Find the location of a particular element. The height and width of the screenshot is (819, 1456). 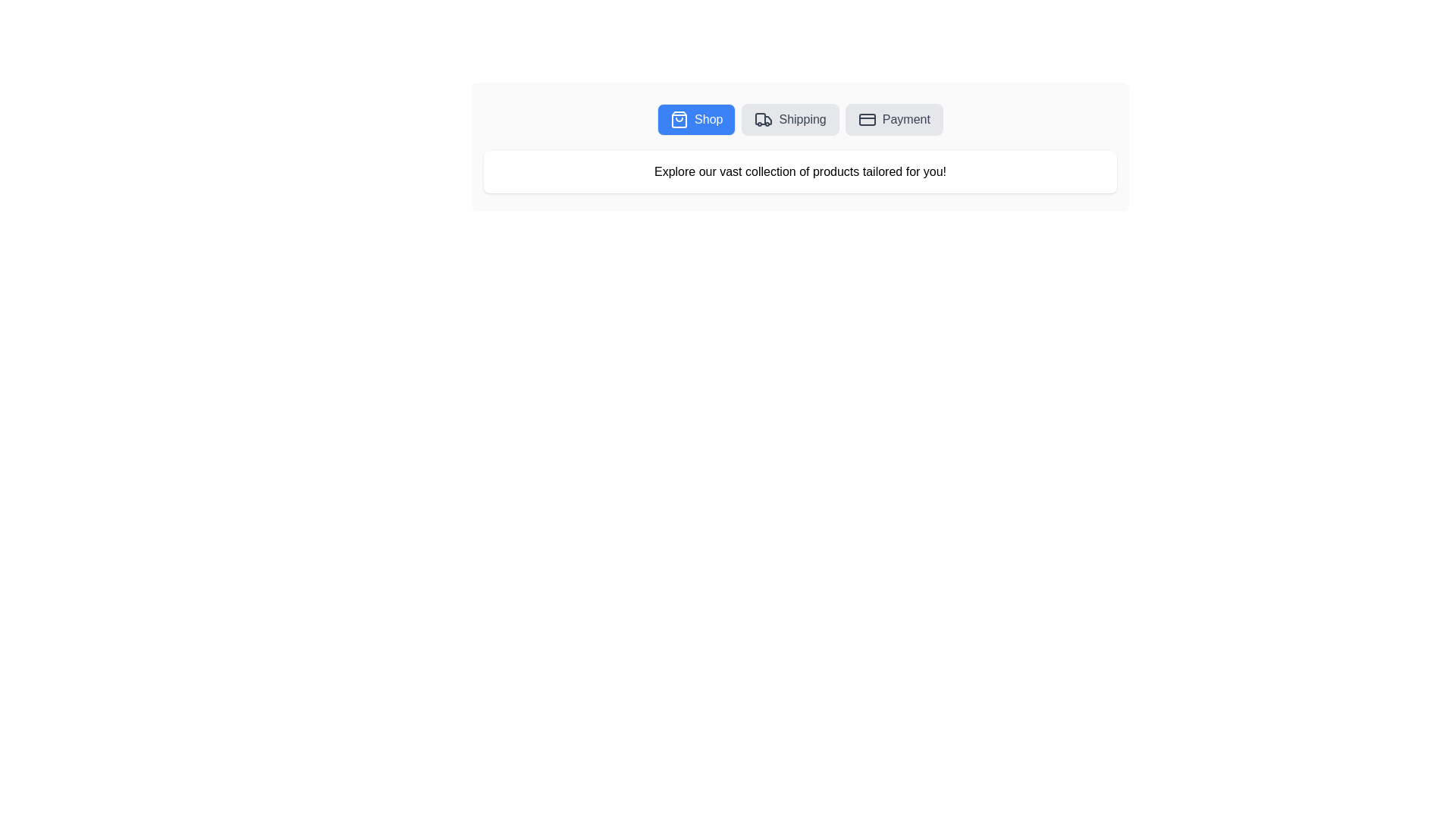

the second button in a horizontal row of three buttons is located at coordinates (789, 119).